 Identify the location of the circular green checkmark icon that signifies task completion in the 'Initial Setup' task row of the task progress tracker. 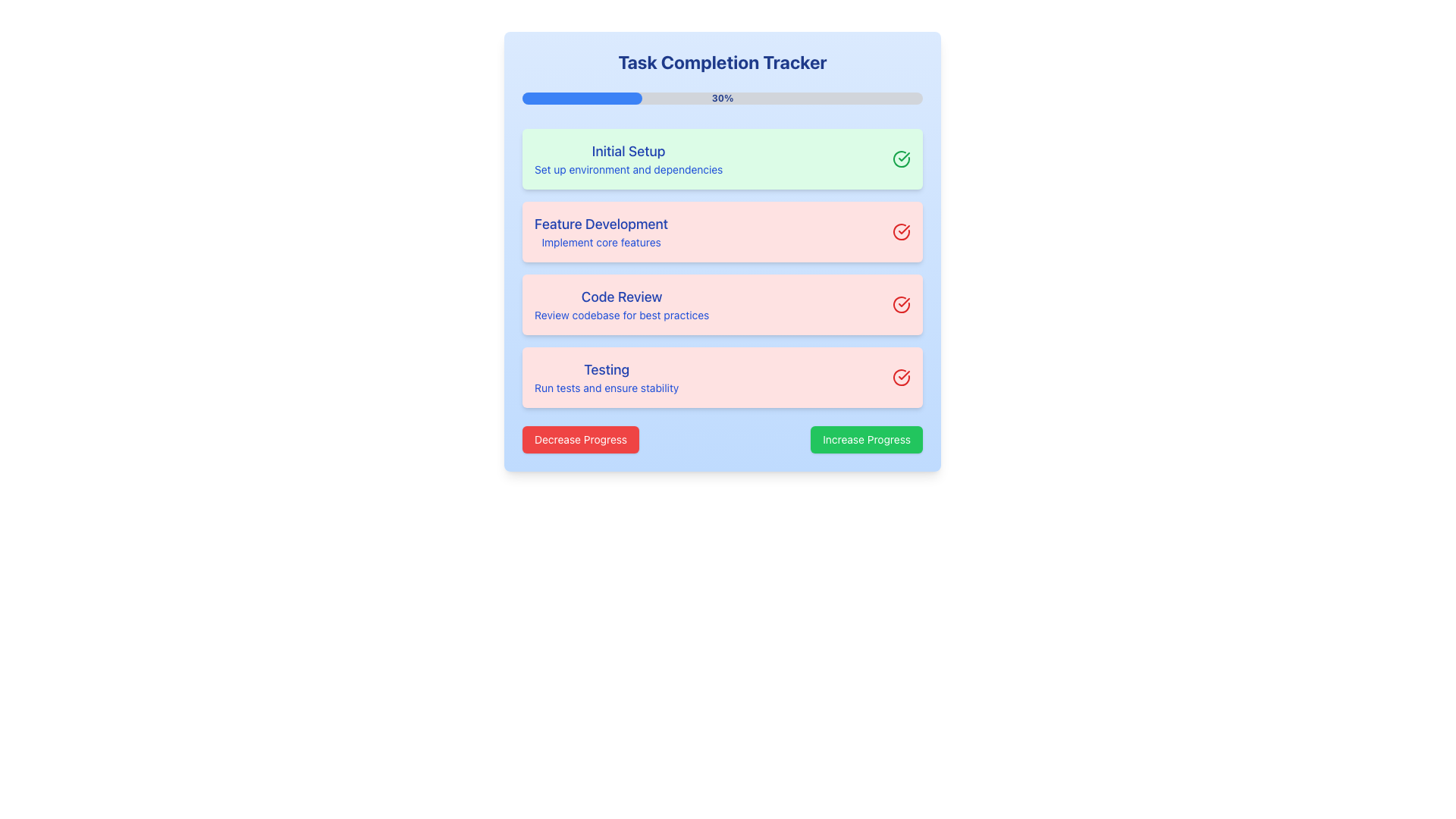
(902, 158).